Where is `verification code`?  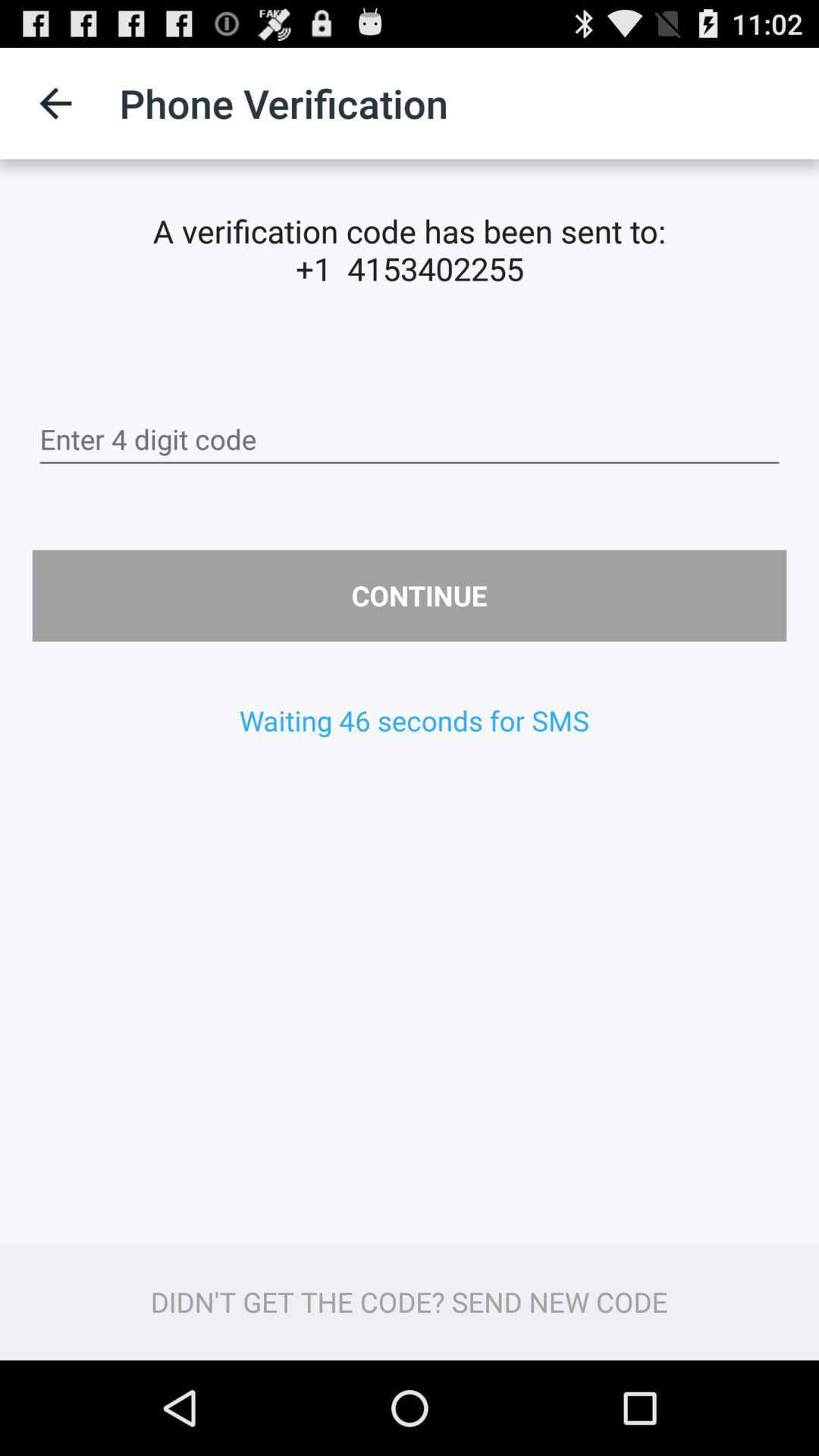
verification code is located at coordinates (409, 439).